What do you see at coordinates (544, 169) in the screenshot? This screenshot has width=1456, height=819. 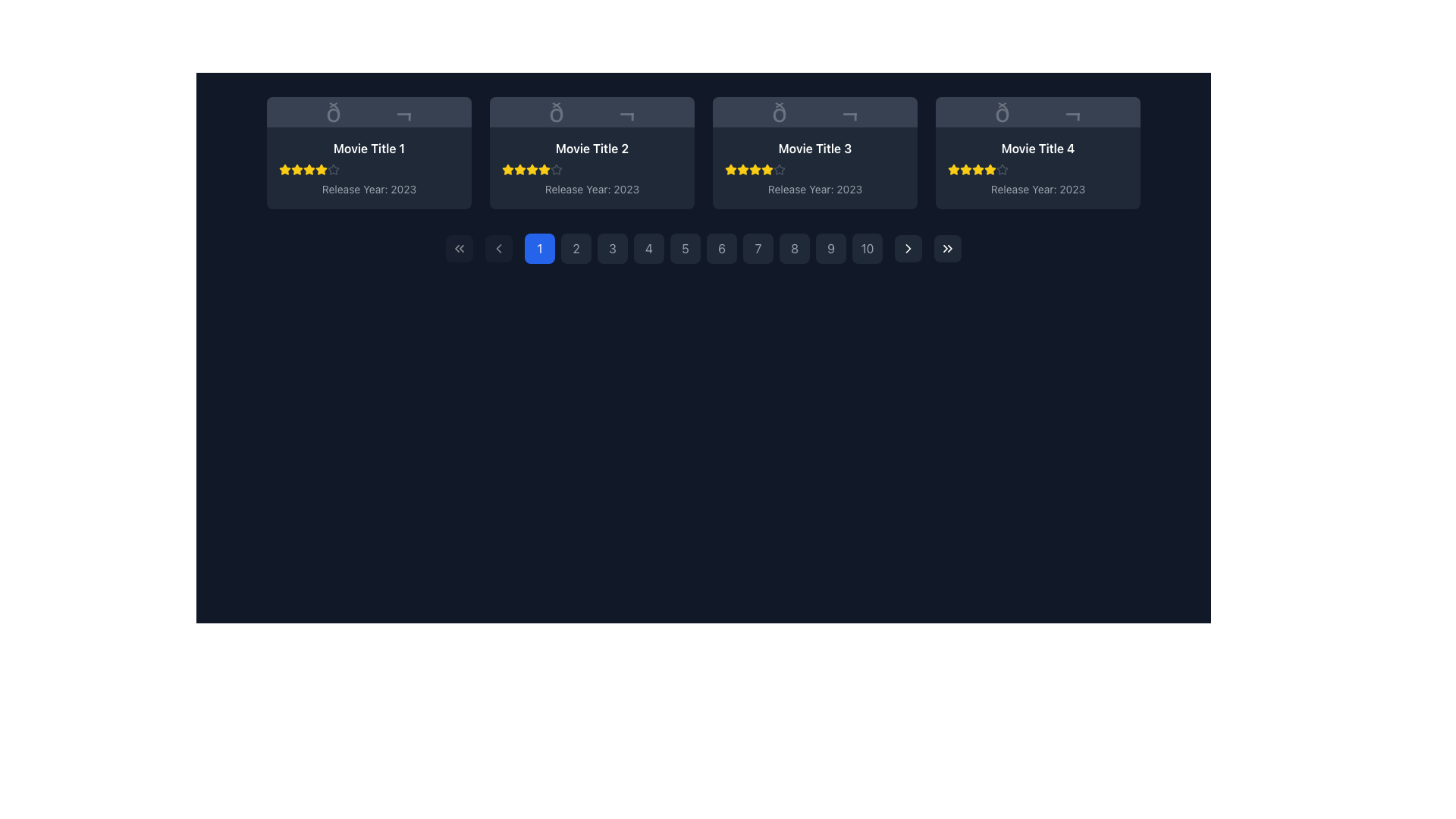 I see `the third yellow star rating icon for the movie 'Movie Title 2'` at bounding box center [544, 169].